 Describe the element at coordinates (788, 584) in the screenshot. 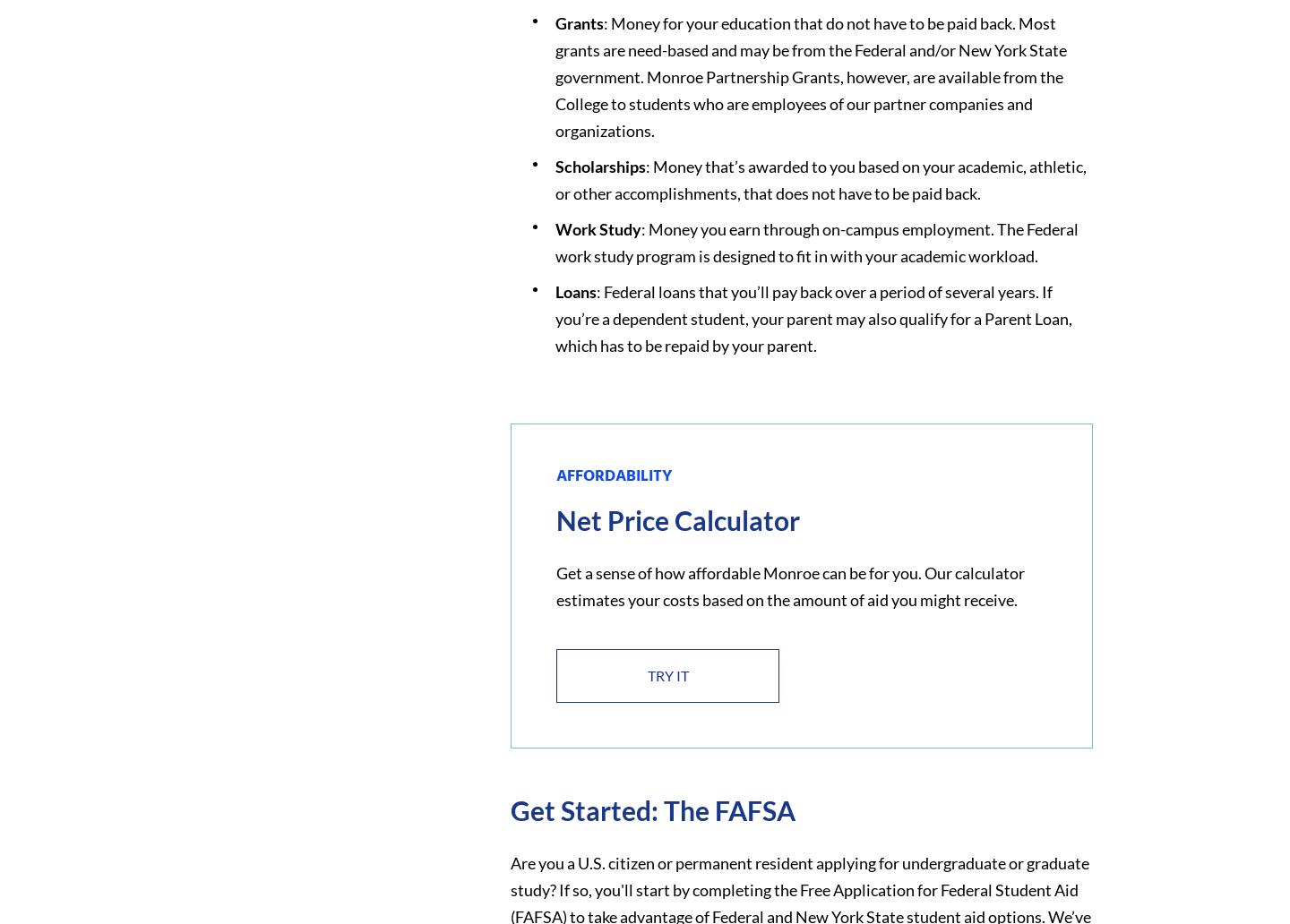

I see `'Get a sense of how affordable Monroe can be for you. Our calculator estimates your costs based on the amount of aid you might receive.'` at that location.